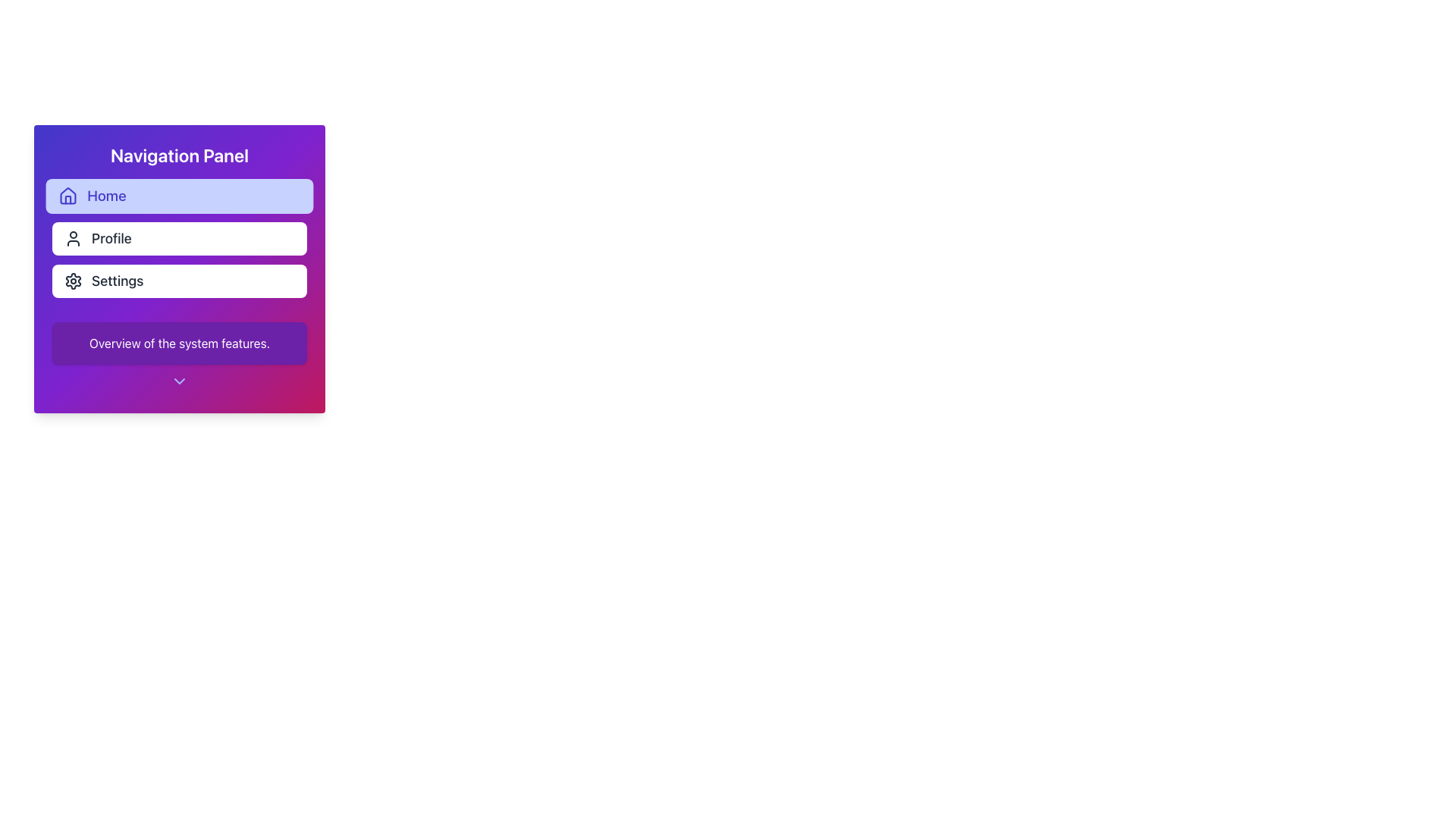  I want to click on the Descriptive Text Box that has a purple background and white text displaying 'Overview of the system features.', located at the bottom of the 'Navigation Panel' below the 'Settings' text button, so click(179, 343).